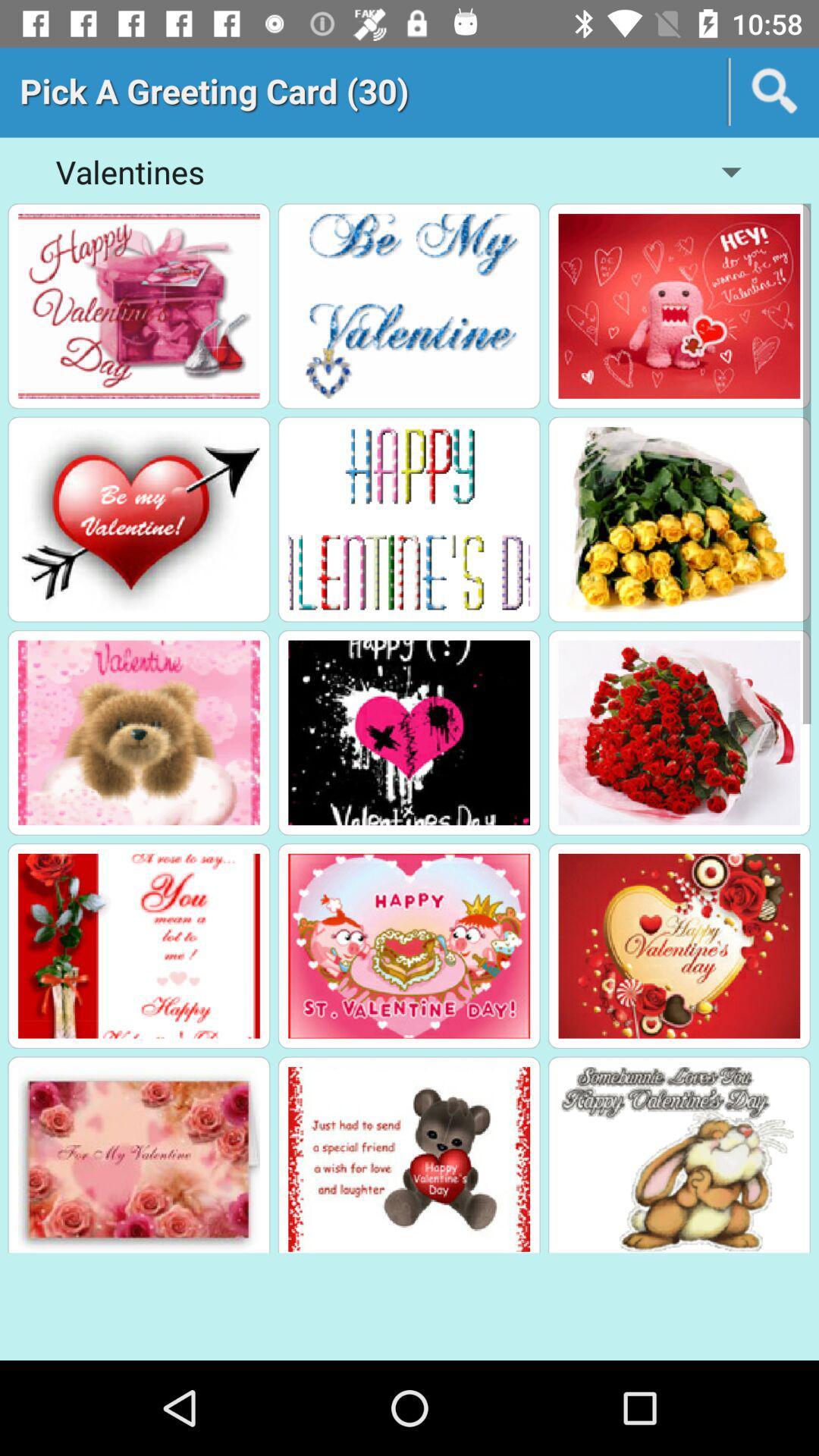 Image resolution: width=819 pixels, height=1456 pixels. I want to click on valentine days options, so click(139, 945).